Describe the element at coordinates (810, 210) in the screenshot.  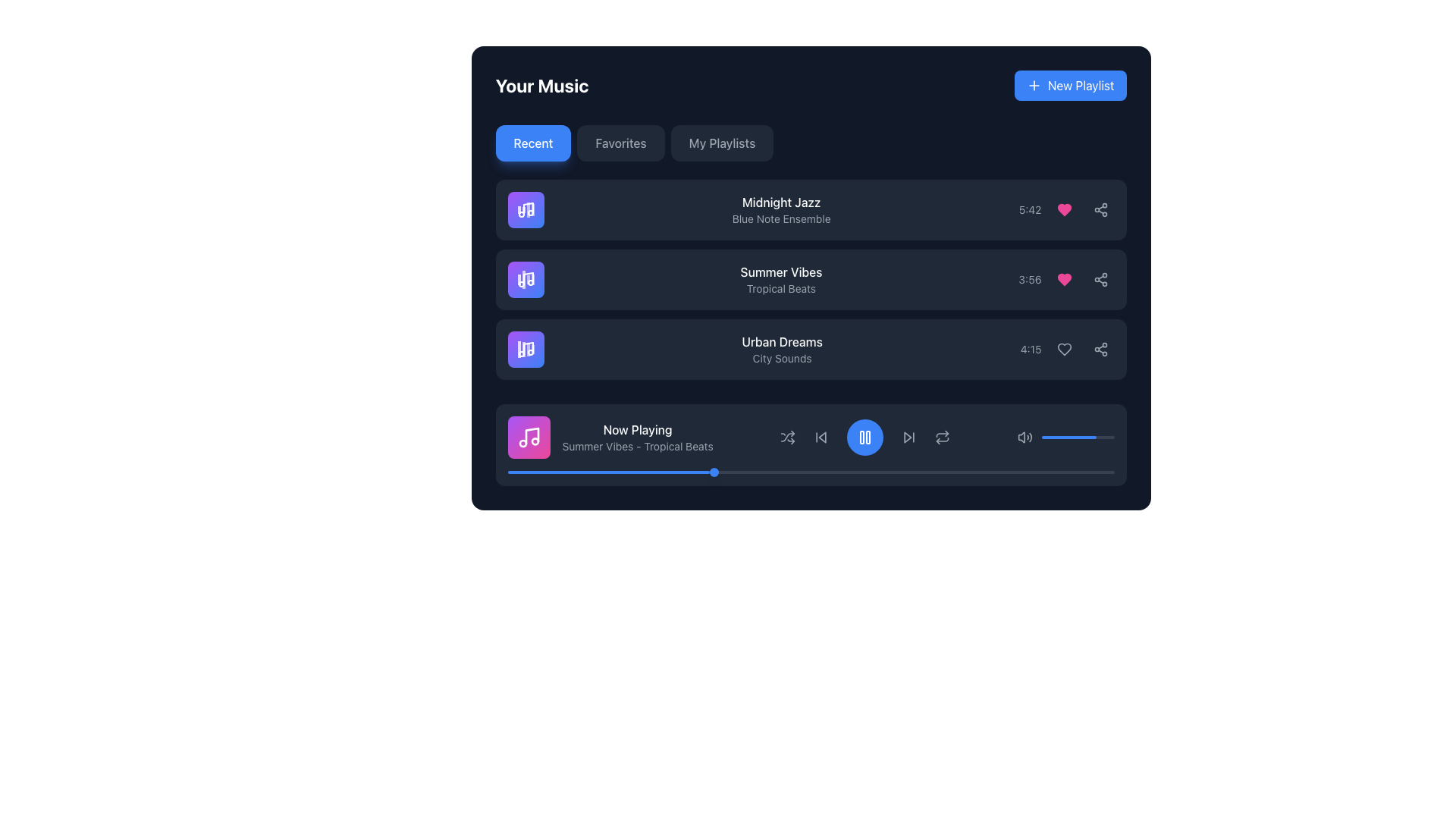
I see `the first list item labeled 'Midnight Jazz'` at that location.